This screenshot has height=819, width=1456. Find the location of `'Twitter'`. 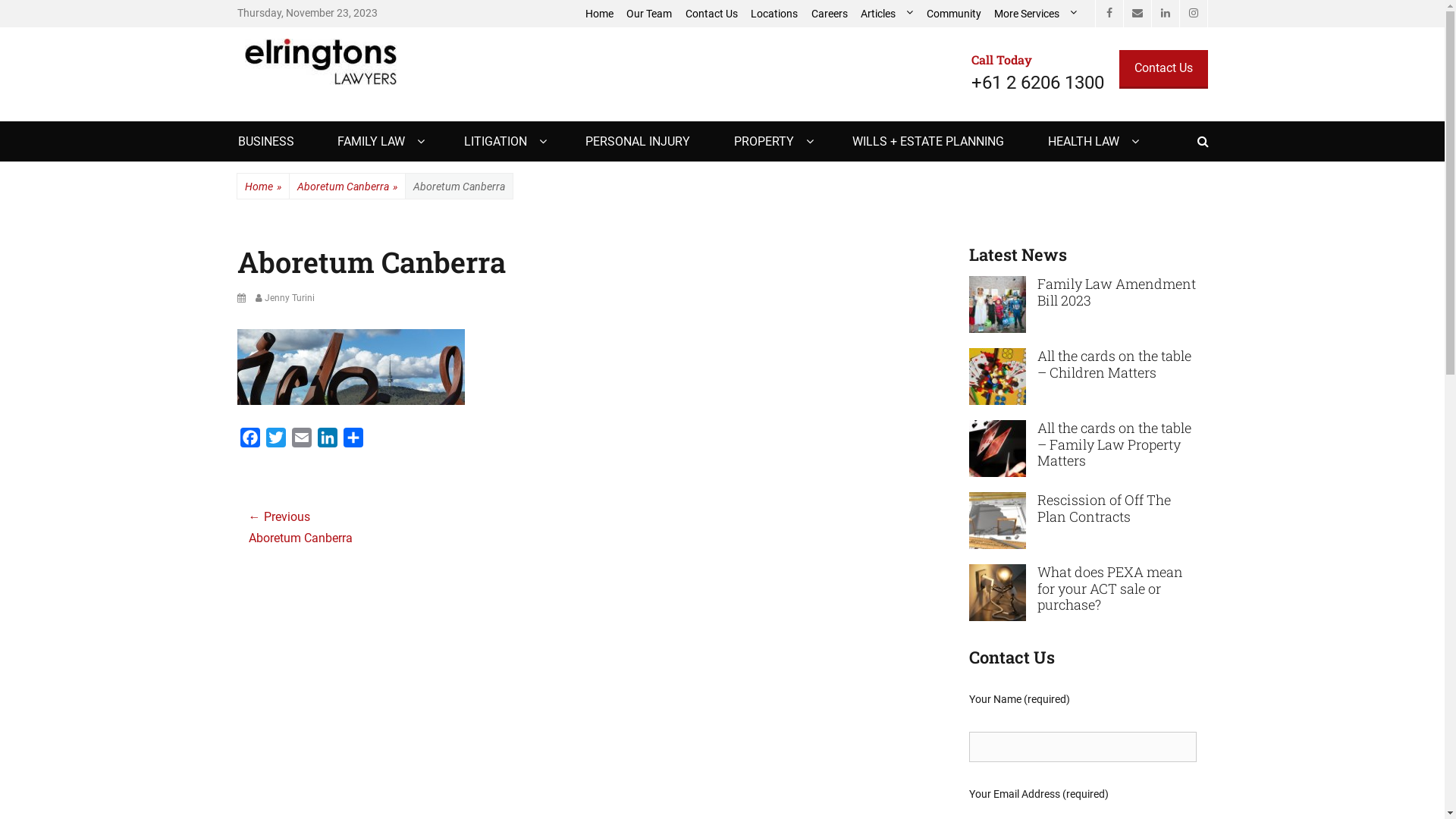

'Twitter' is located at coordinates (262, 441).